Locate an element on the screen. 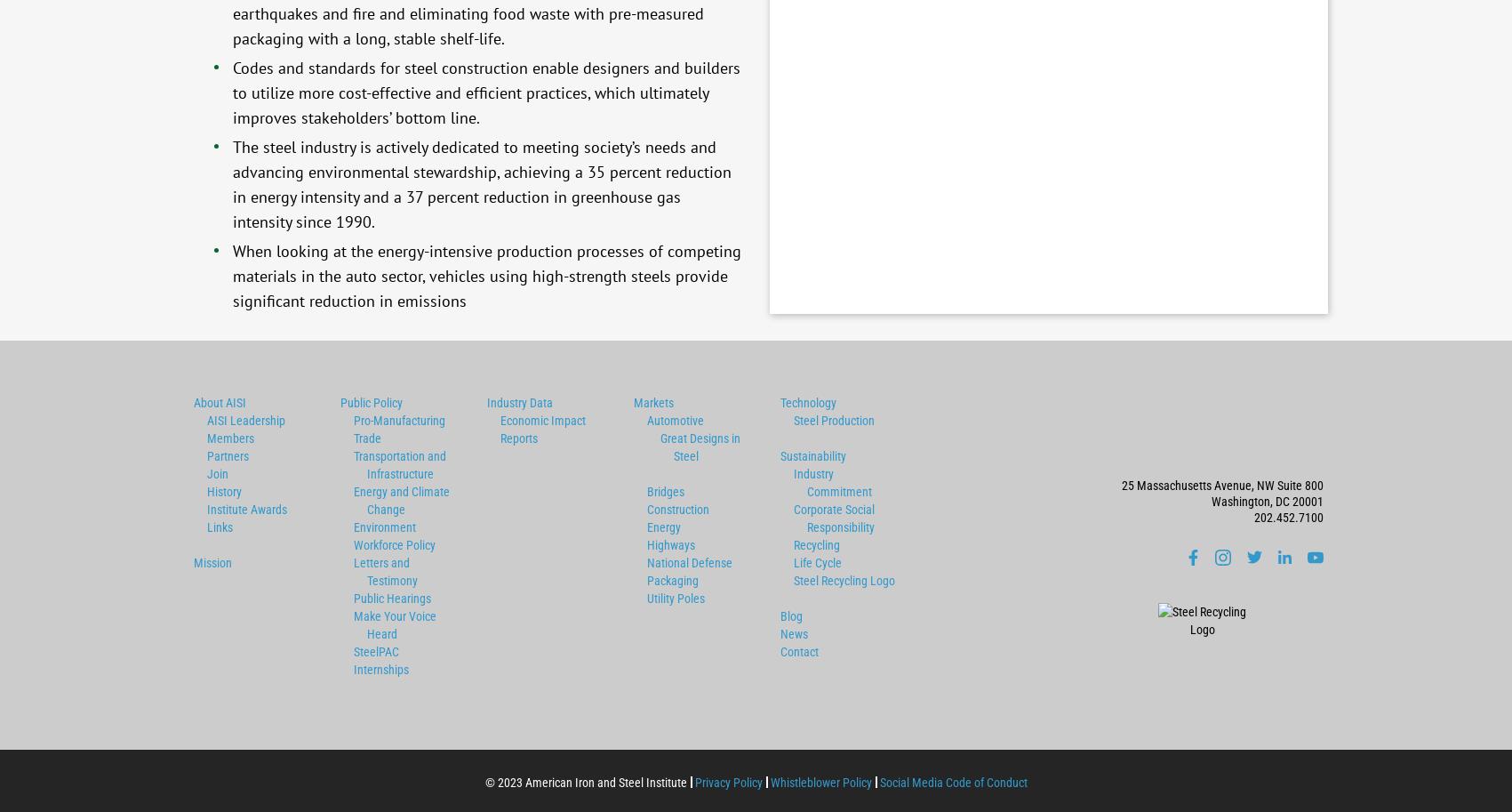 The height and width of the screenshot is (812, 1512). 'Corporate Social Responsibility' is located at coordinates (832, 518).